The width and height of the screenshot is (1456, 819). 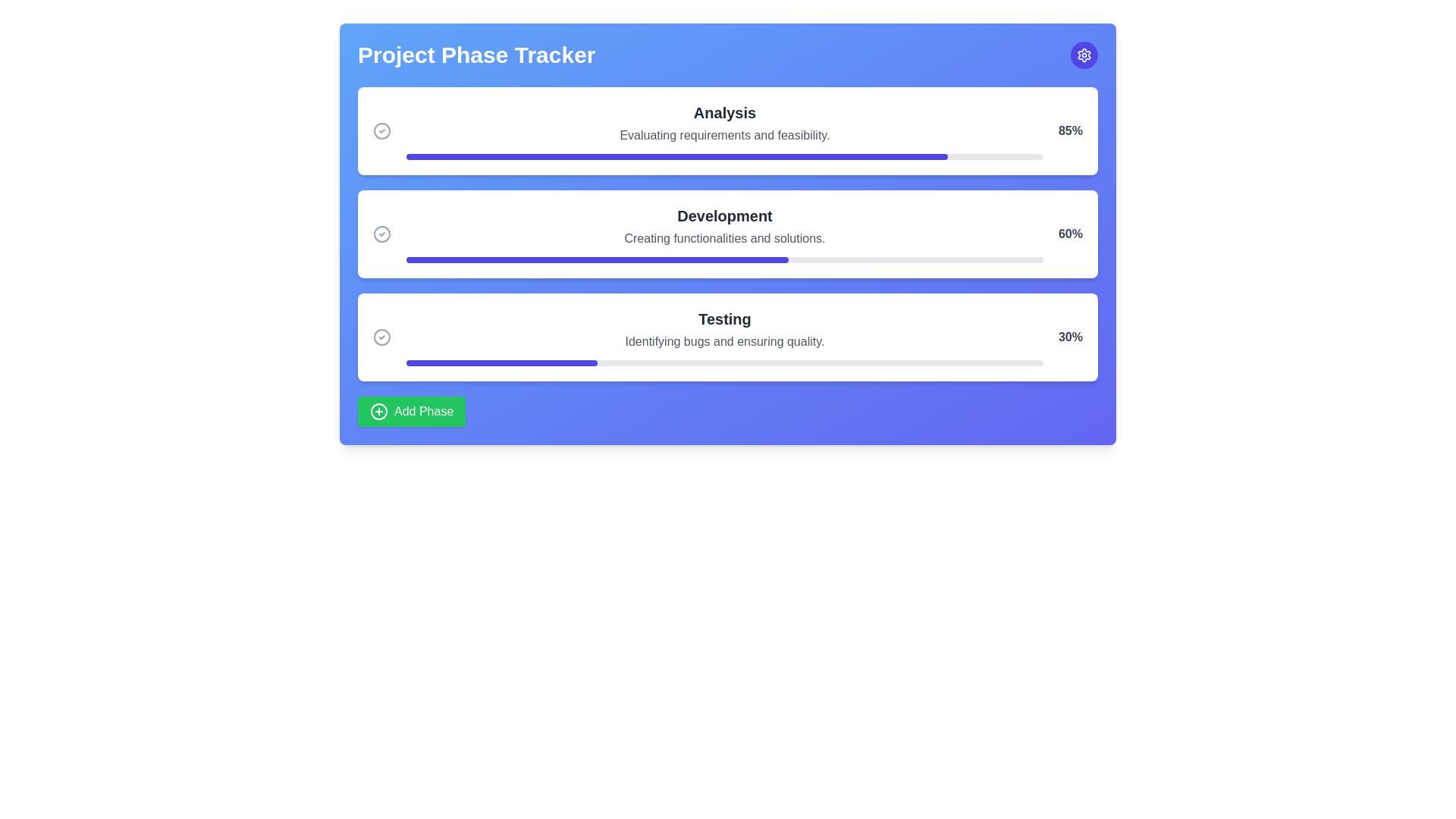 What do you see at coordinates (596, 259) in the screenshot?
I see `current progress value of the Progress bar fill segment indicating 60% completion in the Development phase` at bounding box center [596, 259].